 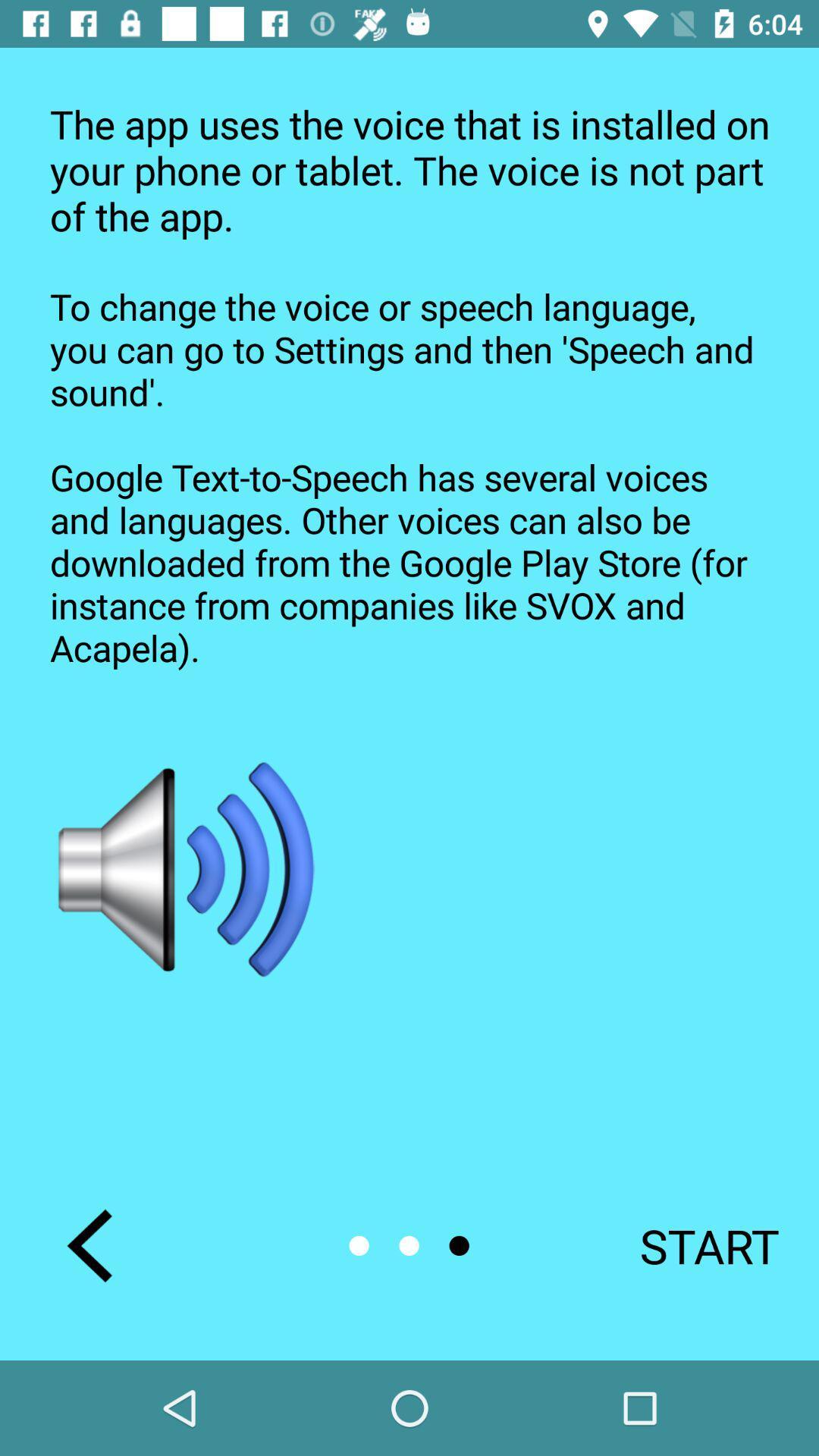 I want to click on the start at the bottom right corner, so click(x=689, y=1245).